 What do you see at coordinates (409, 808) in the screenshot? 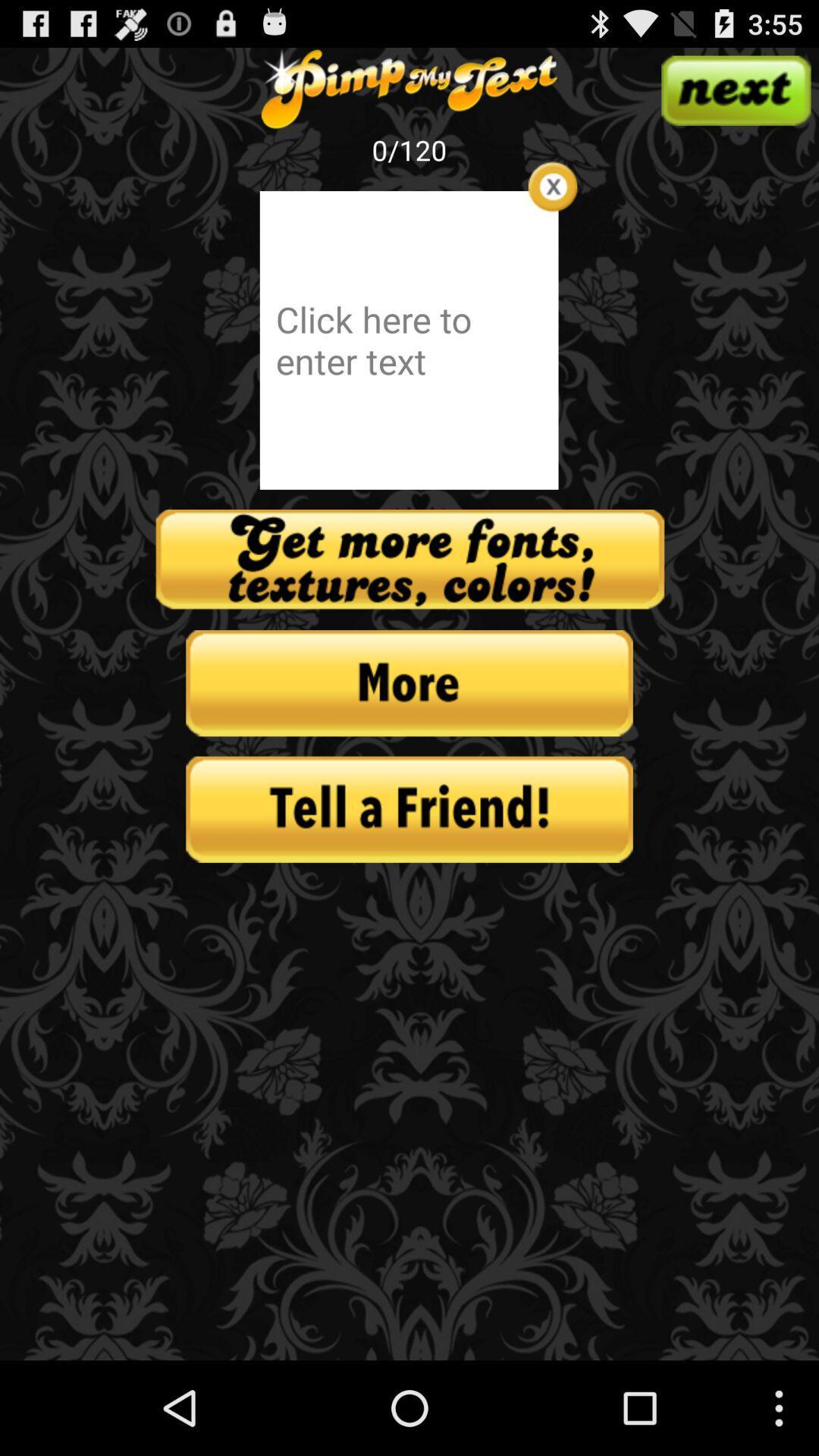
I see `go gto friend` at bounding box center [409, 808].